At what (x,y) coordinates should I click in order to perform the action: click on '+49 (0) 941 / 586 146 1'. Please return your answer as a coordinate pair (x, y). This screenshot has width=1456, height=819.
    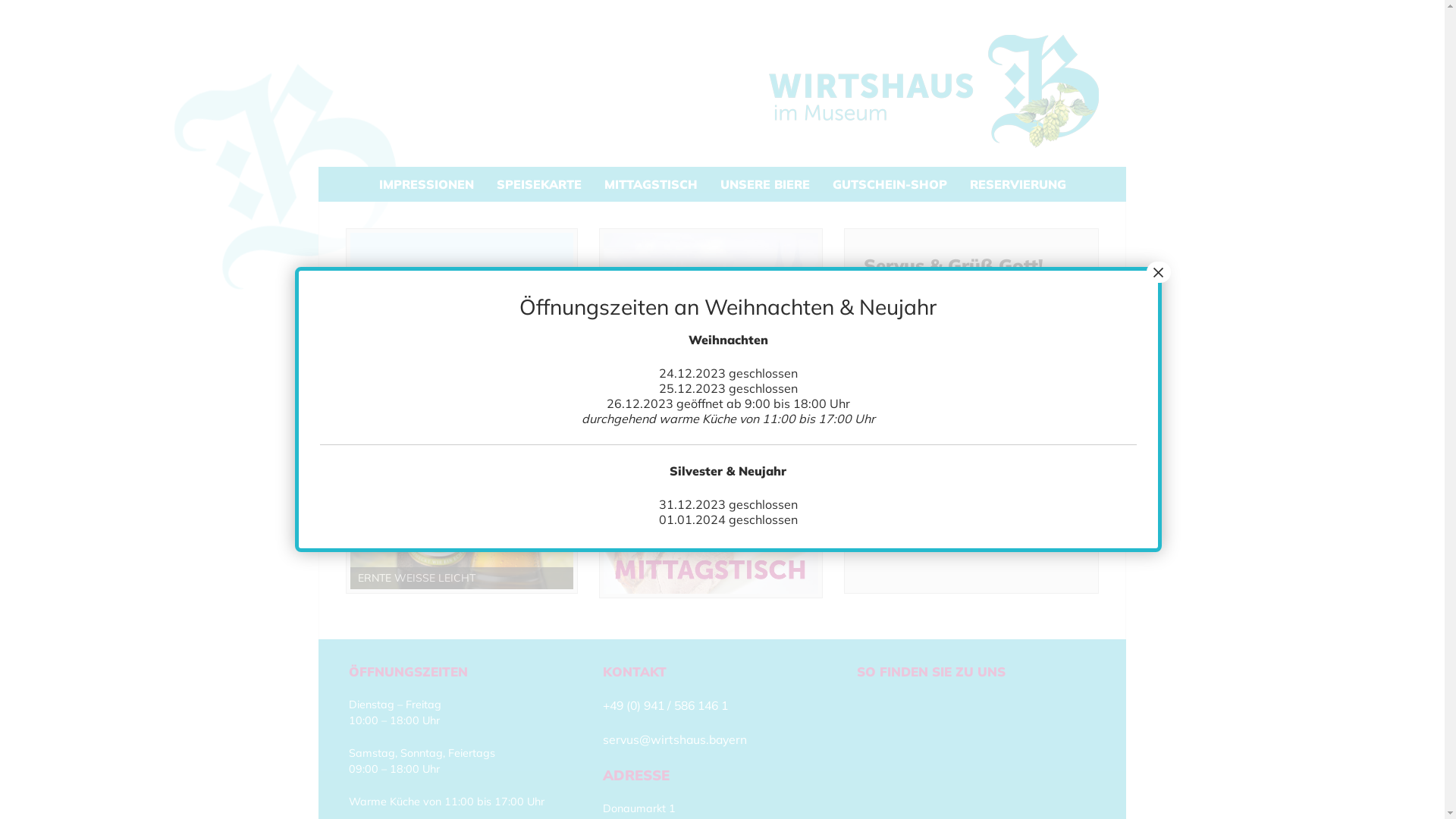
    Looking at the image, I should click on (602, 704).